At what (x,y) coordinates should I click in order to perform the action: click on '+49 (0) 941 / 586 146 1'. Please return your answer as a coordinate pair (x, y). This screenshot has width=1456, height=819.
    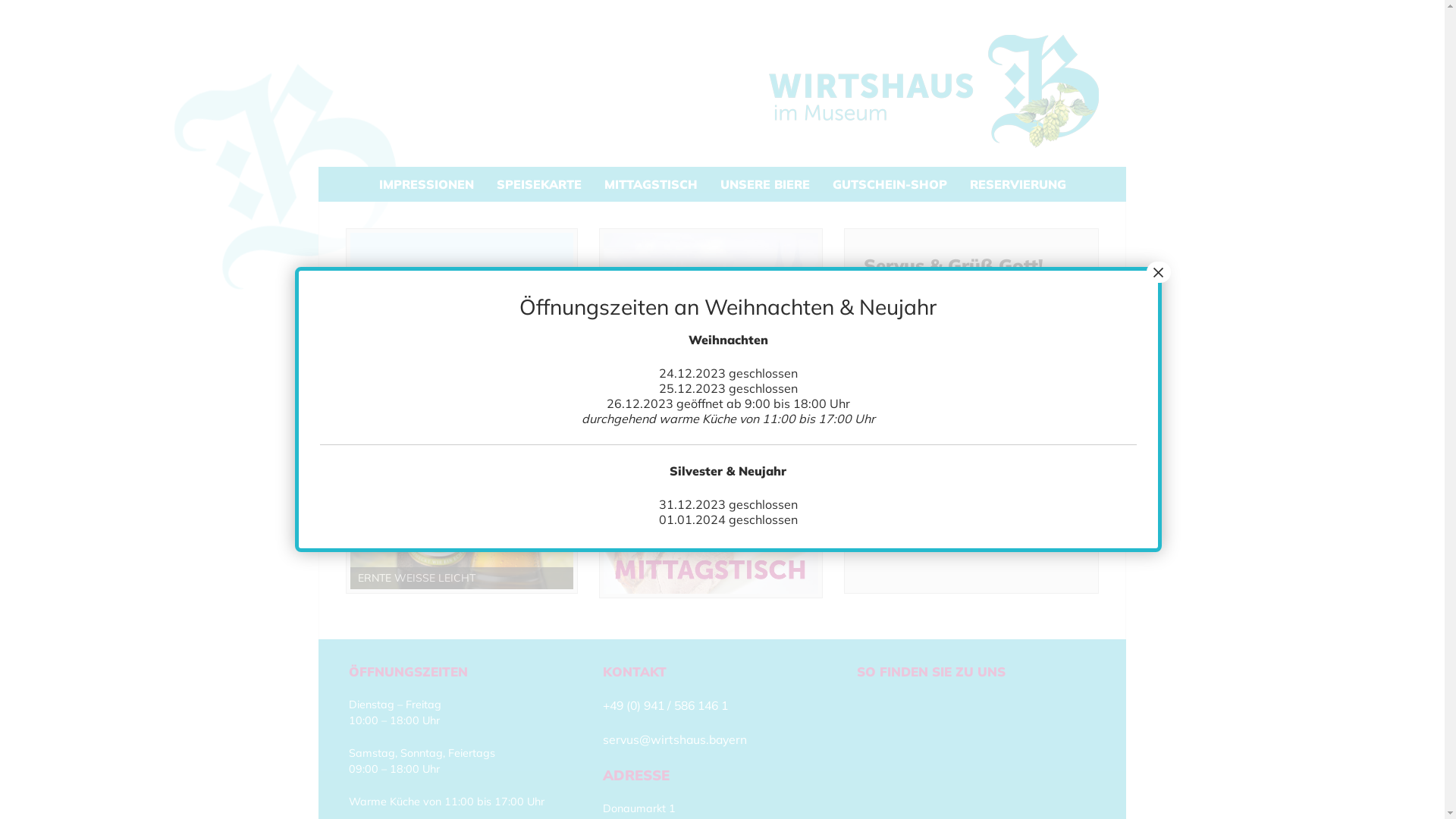
    Looking at the image, I should click on (602, 704).